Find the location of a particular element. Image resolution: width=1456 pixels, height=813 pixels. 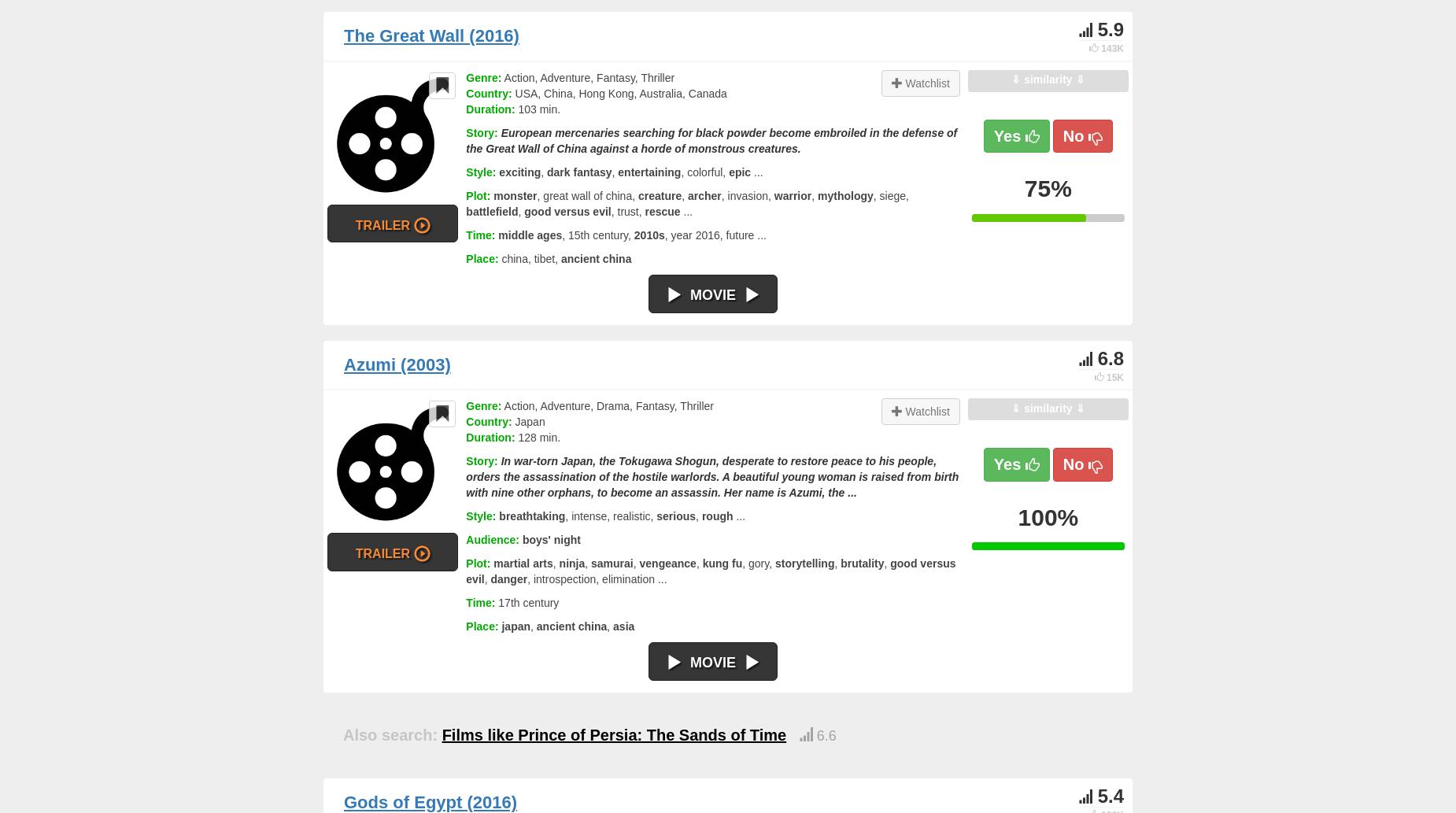

'Also search:' is located at coordinates (390, 734).